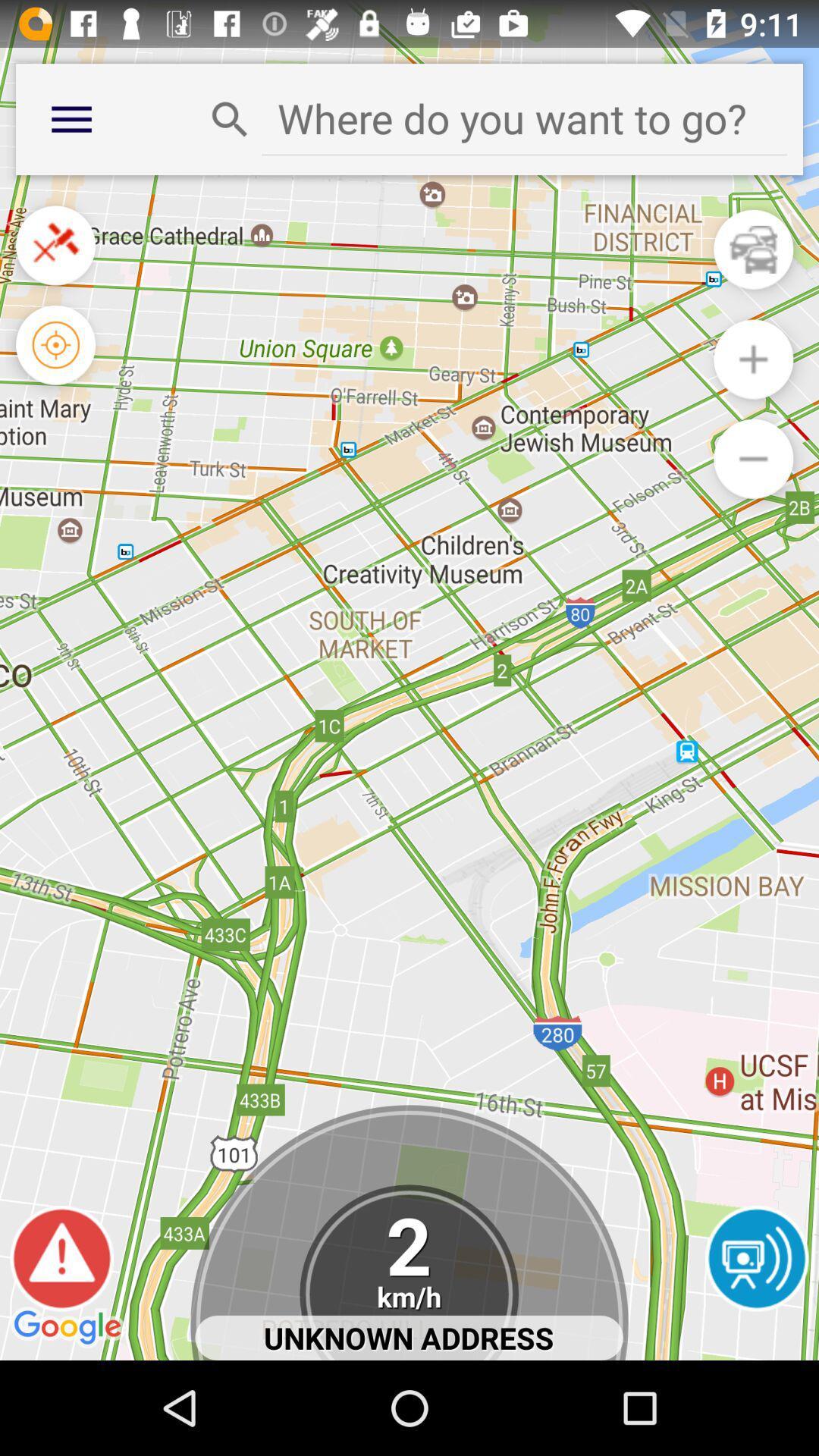 The width and height of the screenshot is (819, 1456). I want to click on search bar, so click(523, 118).